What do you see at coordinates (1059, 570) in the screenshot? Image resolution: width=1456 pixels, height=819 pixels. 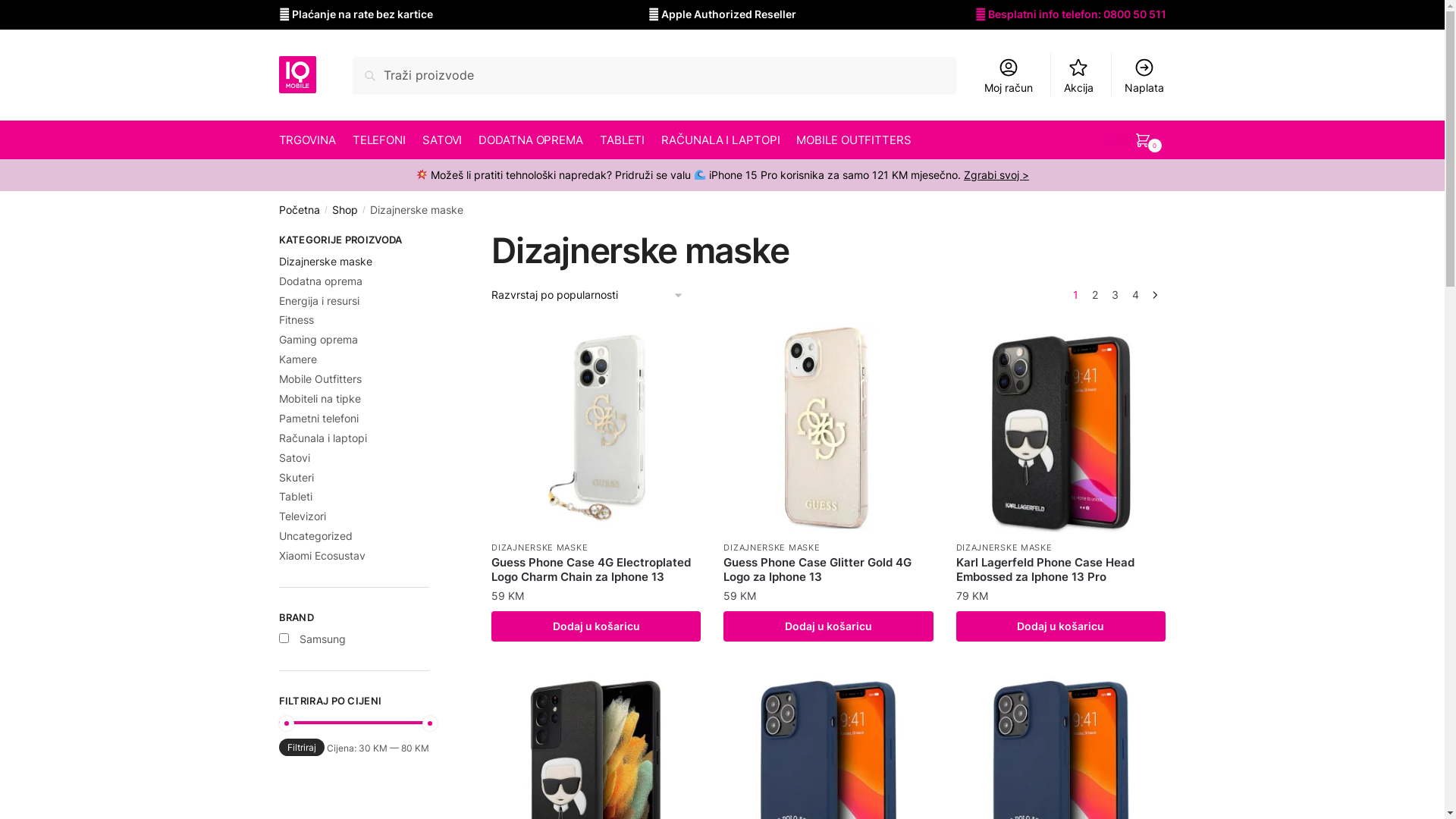 I see `'Karl Lagerfeld Phone Case Head Embossed za Iphone 13 Pro'` at bounding box center [1059, 570].